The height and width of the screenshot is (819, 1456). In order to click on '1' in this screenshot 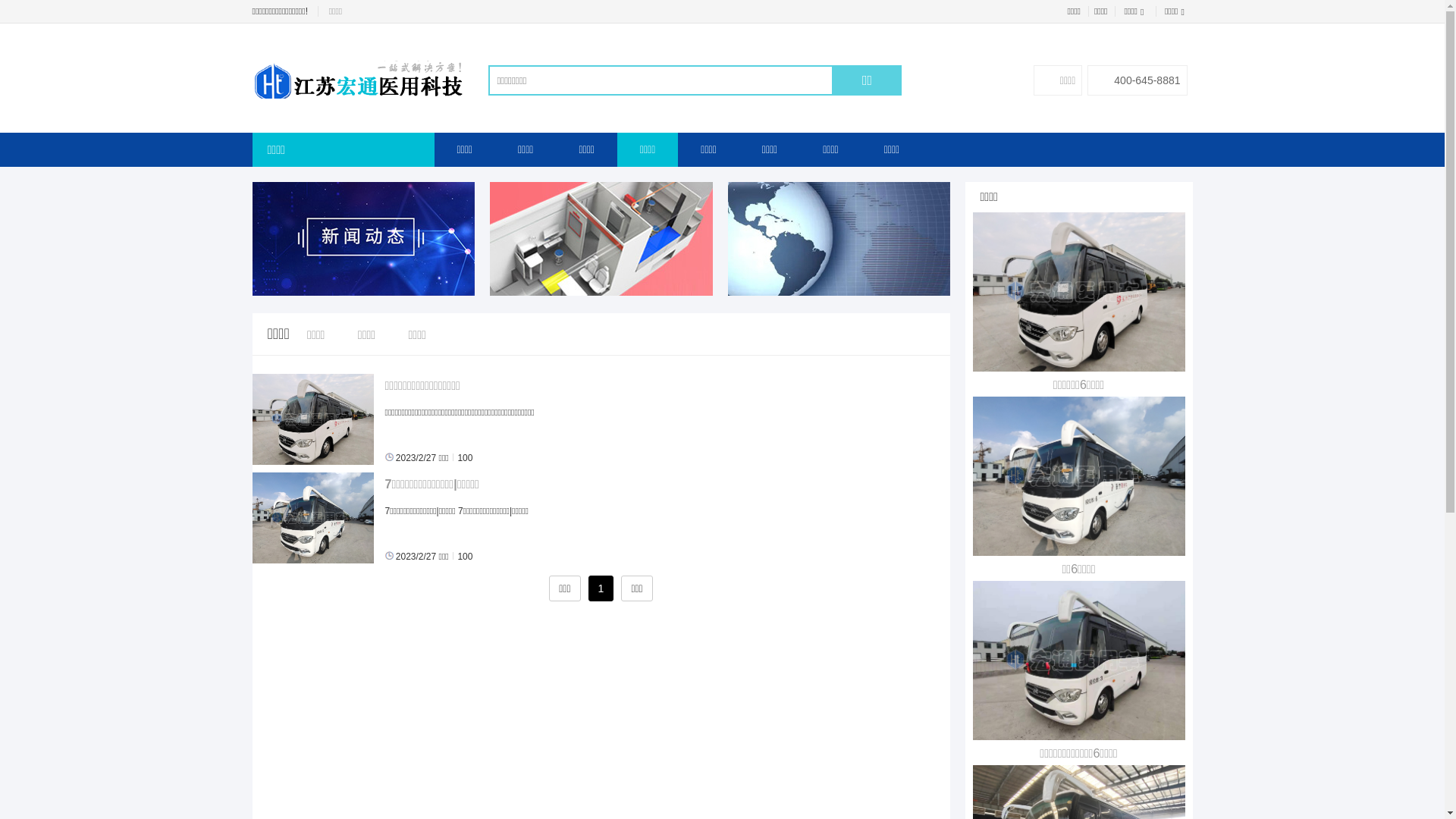, I will do `click(600, 587)`.